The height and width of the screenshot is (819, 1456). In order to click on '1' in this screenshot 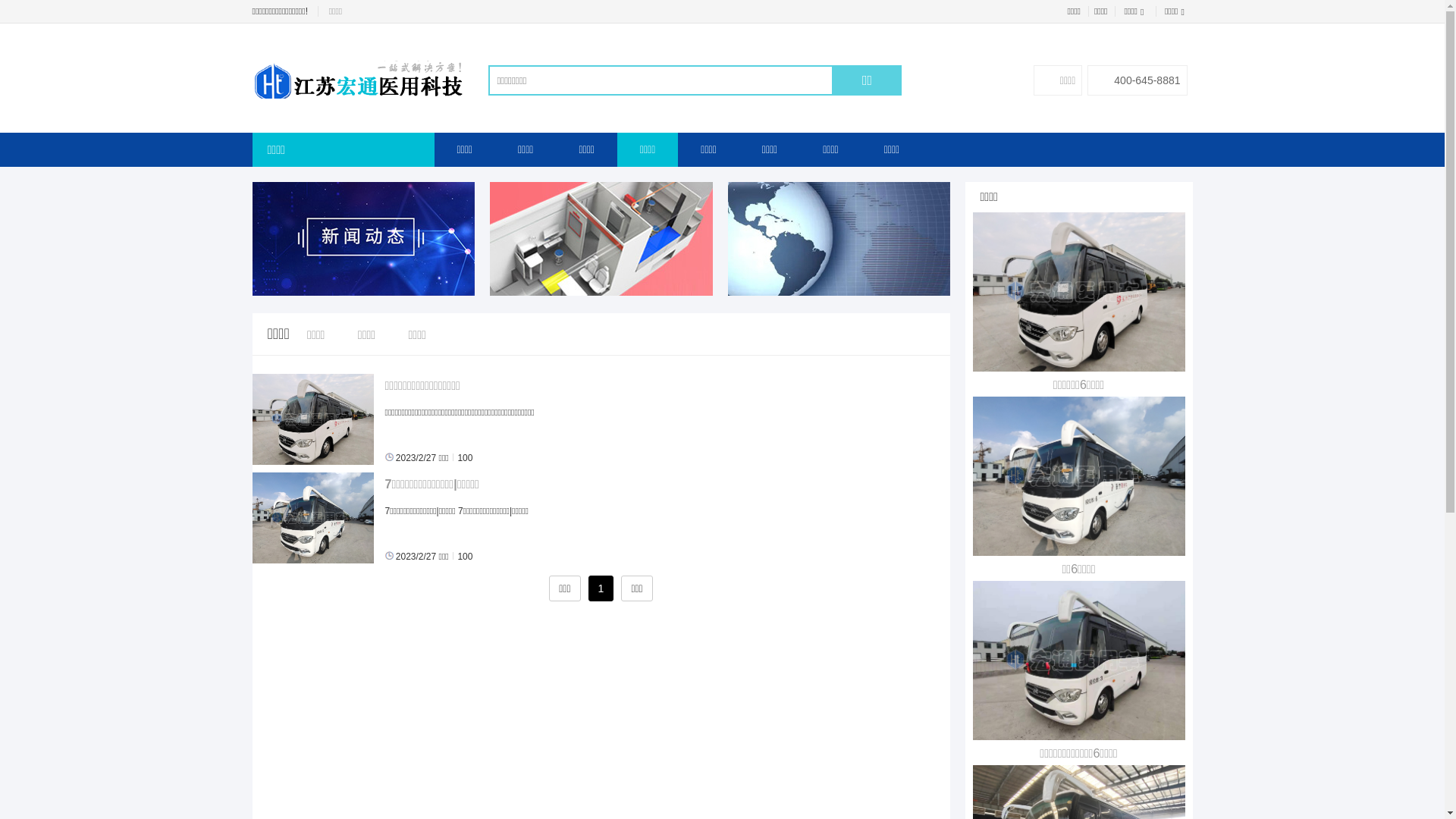, I will do `click(600, 587)`.